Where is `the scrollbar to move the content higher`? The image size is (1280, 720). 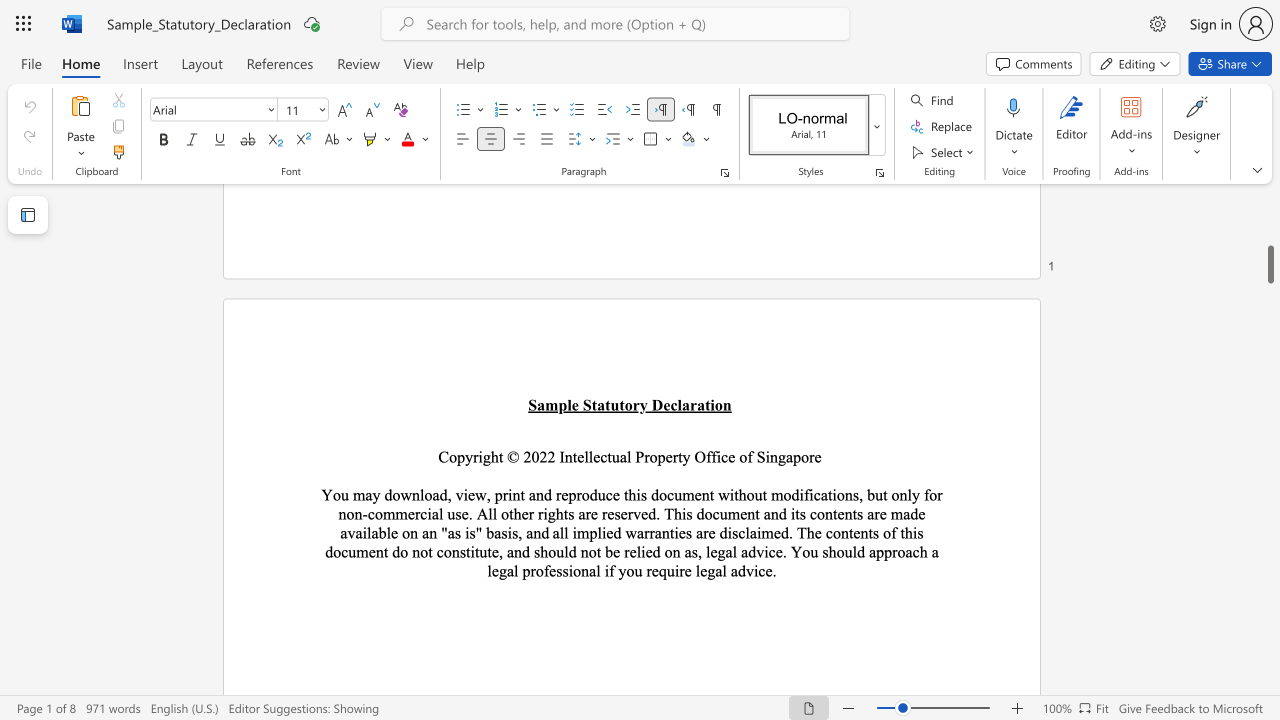 the scrollbar to move the content higher is located at coordinates (1269, 280).